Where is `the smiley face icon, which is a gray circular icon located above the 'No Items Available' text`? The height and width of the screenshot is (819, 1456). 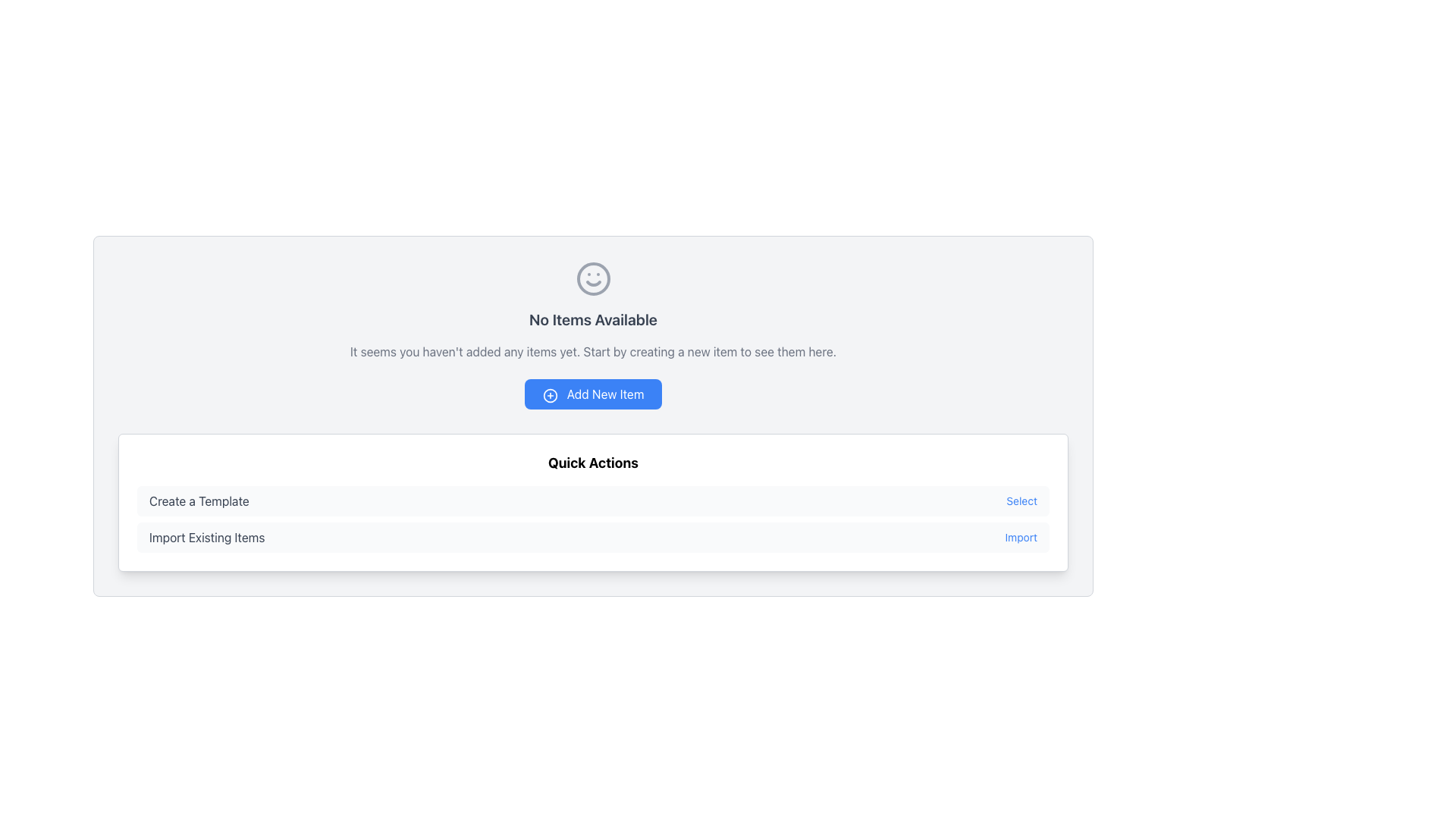
the smiley face icon, which is a gray circular icon located above the 'No Items Available' text is located at coordinates (592, 278).